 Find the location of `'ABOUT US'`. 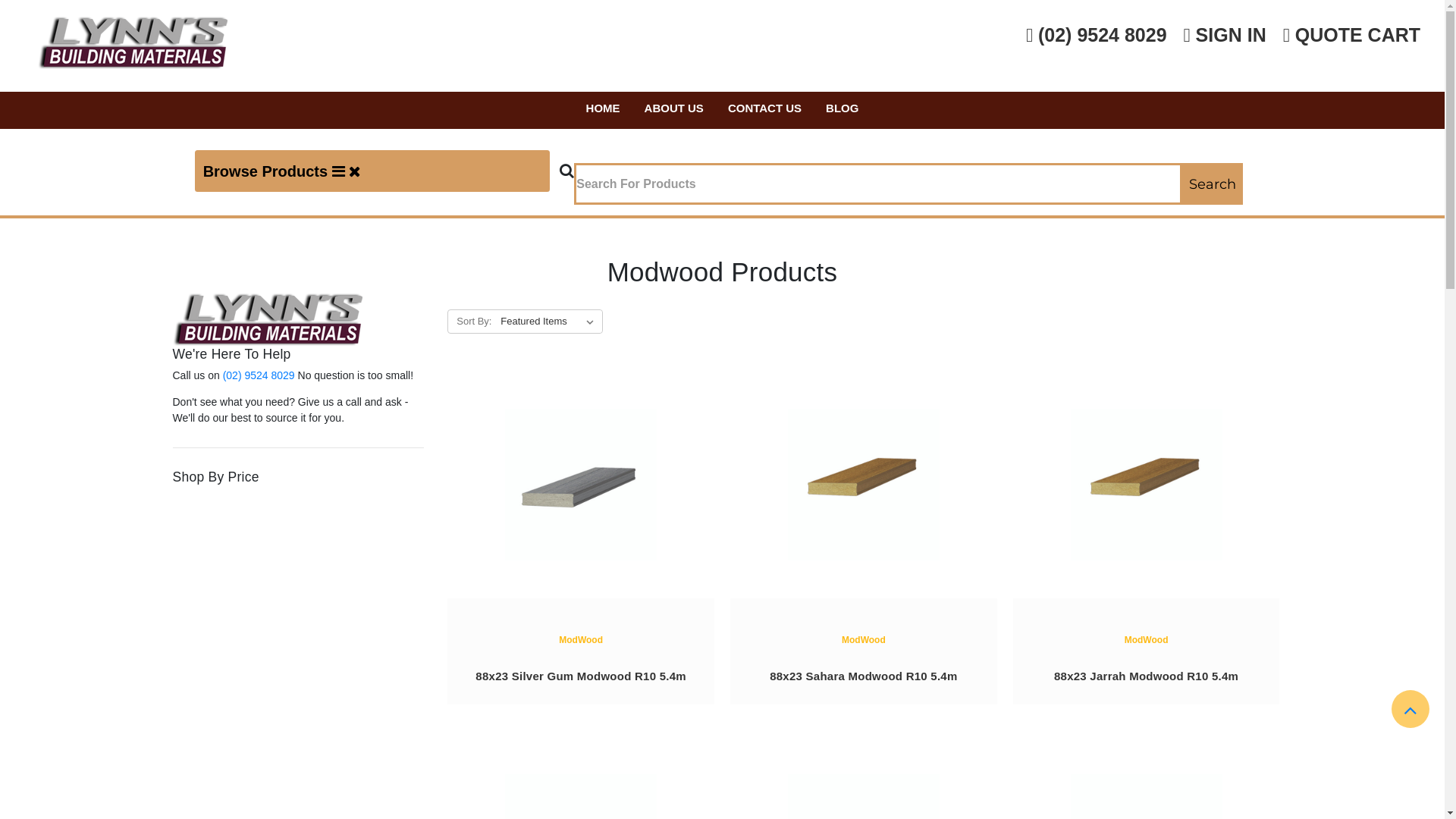

'ABOUT US' is located at coordinates (673, 109).